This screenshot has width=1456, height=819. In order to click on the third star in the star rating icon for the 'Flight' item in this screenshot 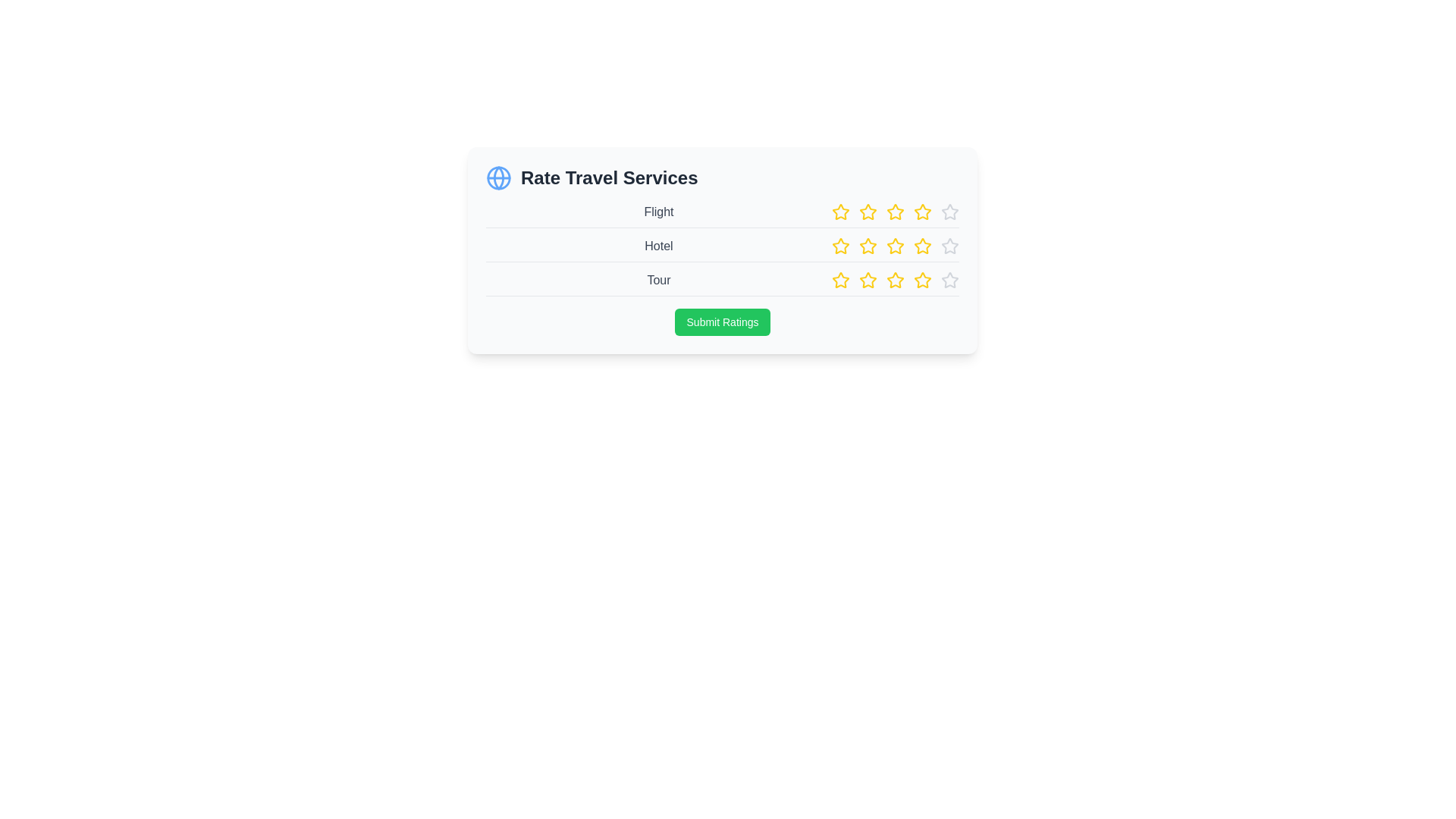, I will do `click(868, 212)`.